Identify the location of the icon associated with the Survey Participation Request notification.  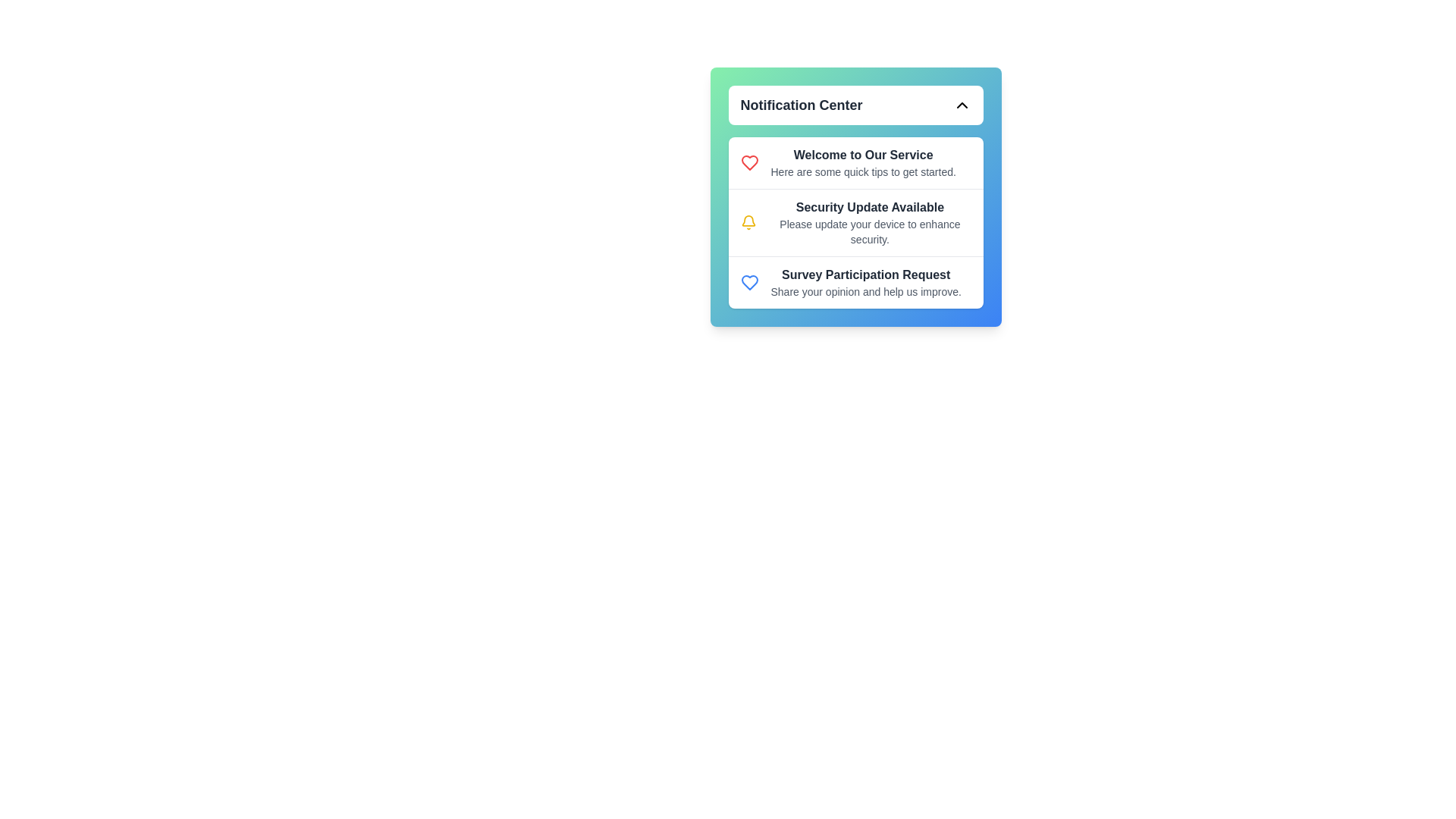
(749, 283).